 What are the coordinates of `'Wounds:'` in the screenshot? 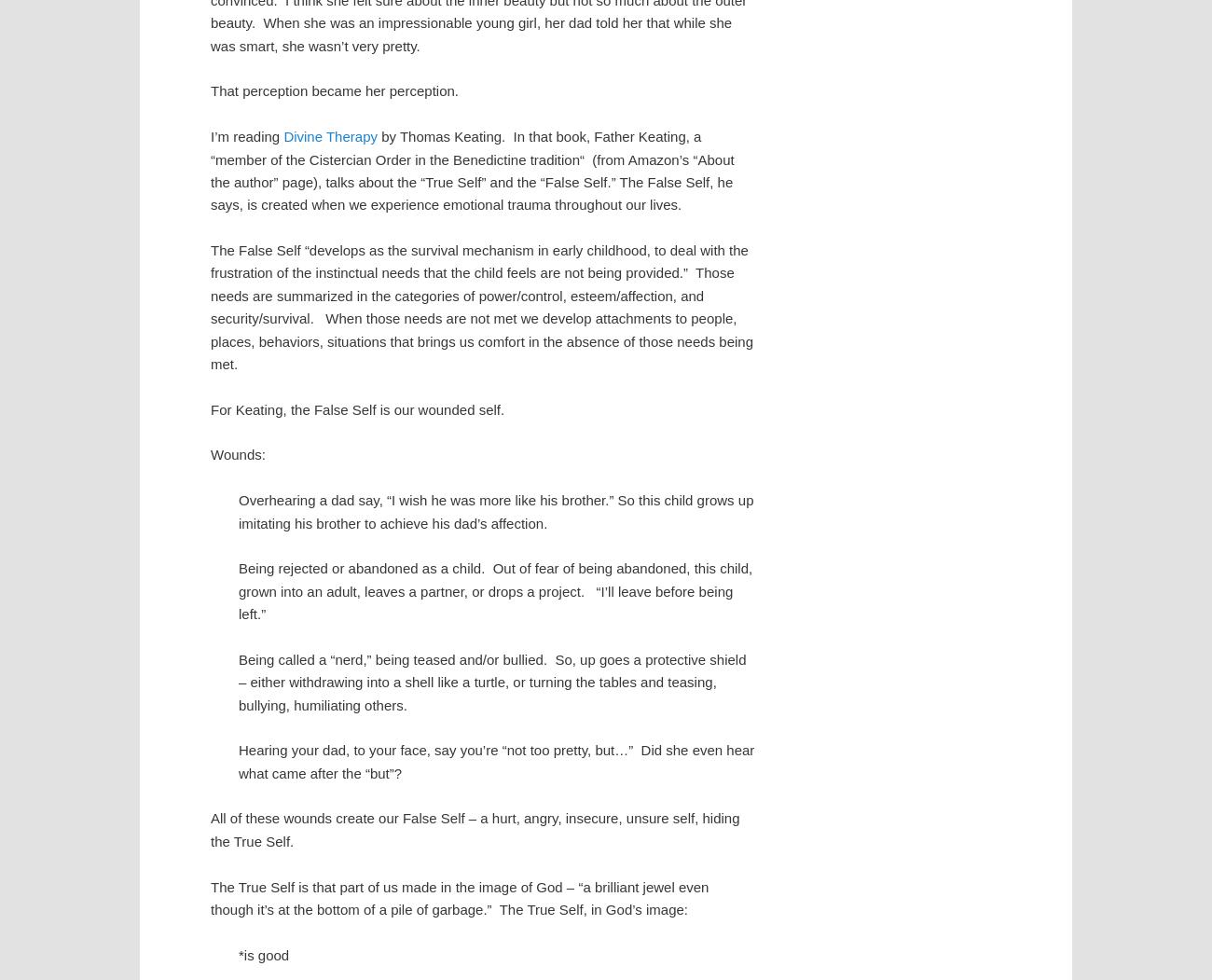 It's located at (237, 454).